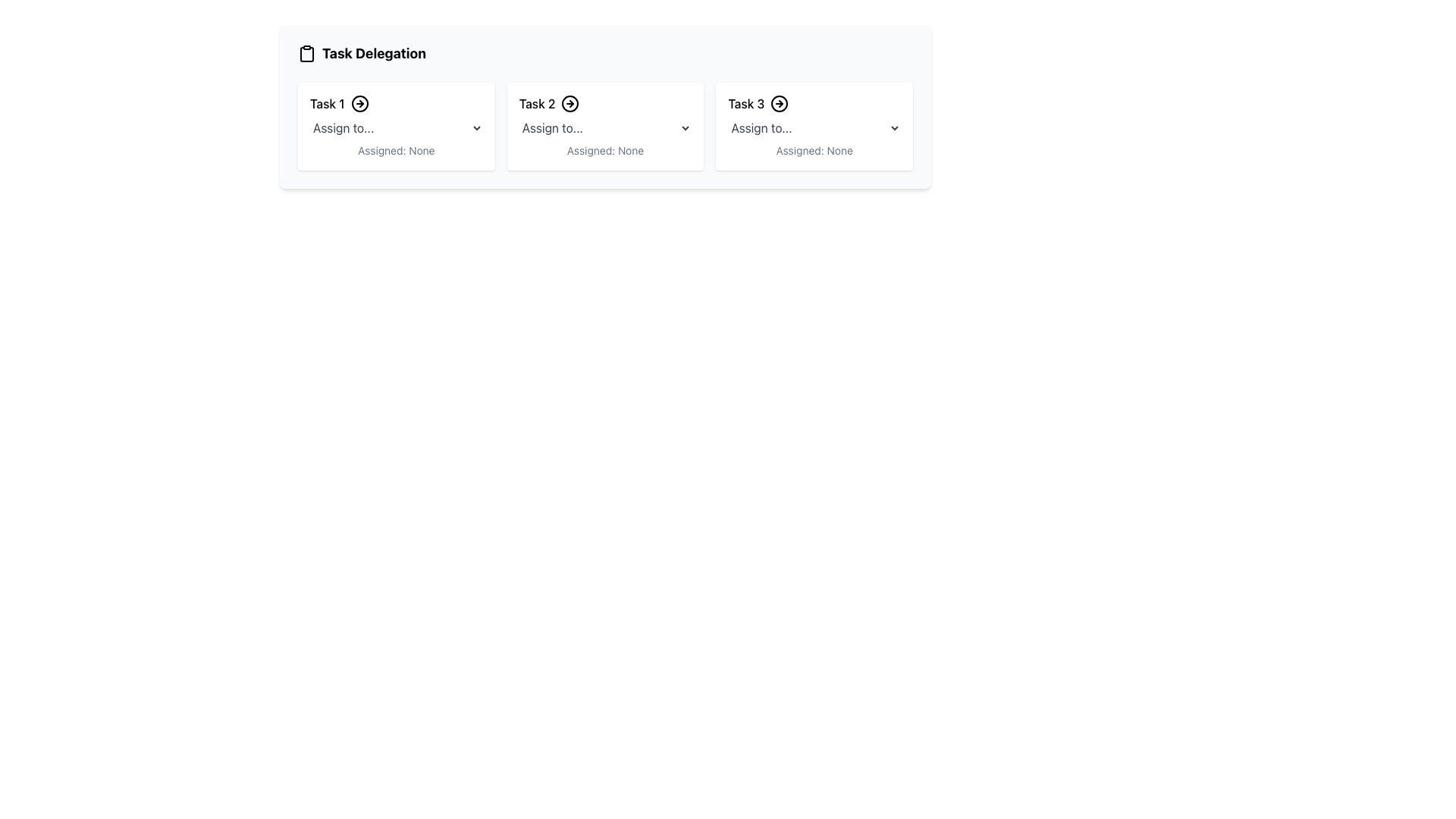 The image size is (1456, 819). I want to click on the clipboard icon located at the far left of the 'Task Delegation' header, so click(306, 52).